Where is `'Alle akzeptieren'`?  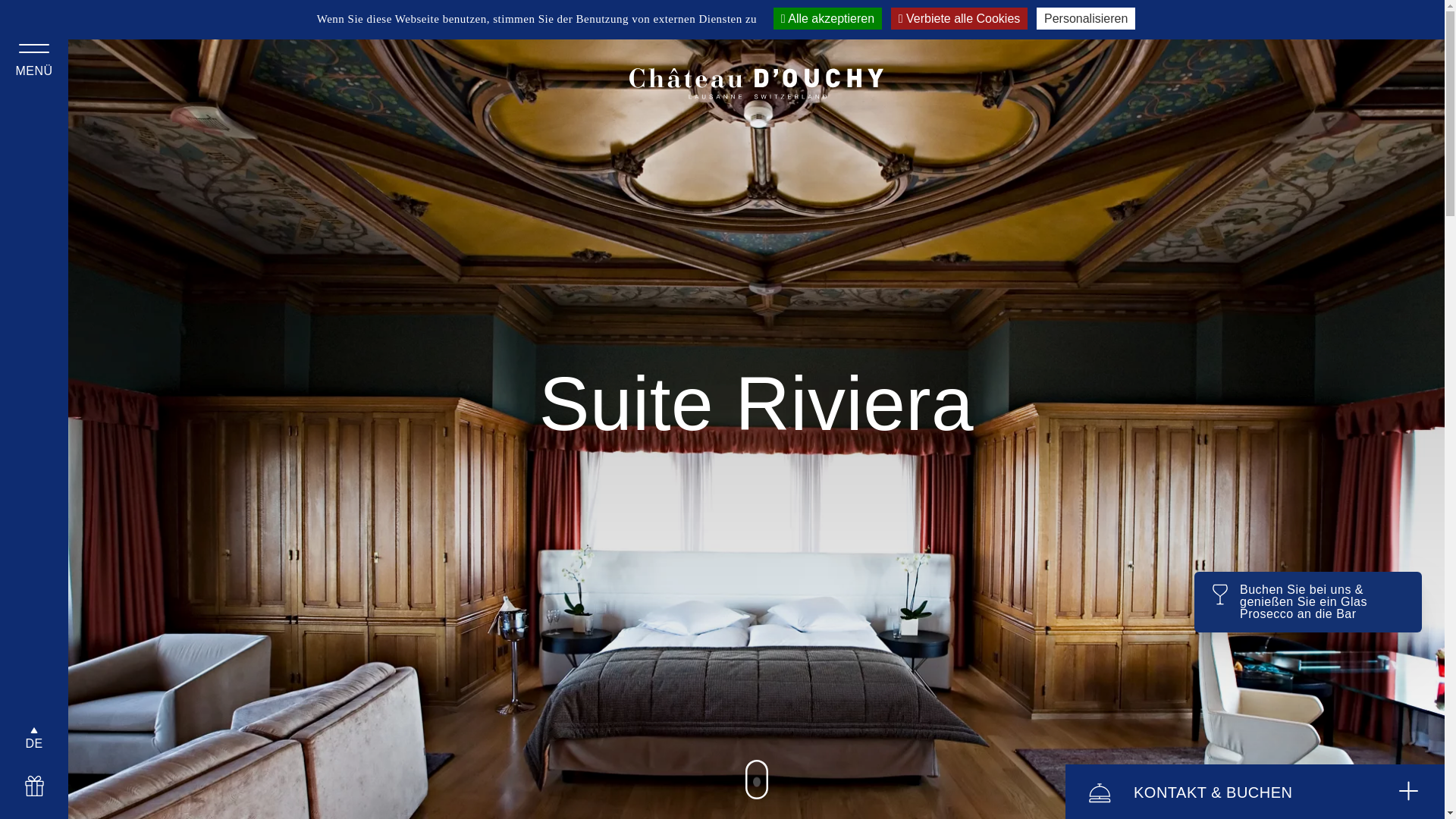 'Alle akzeptieren' is located at coordinates (773, 18).